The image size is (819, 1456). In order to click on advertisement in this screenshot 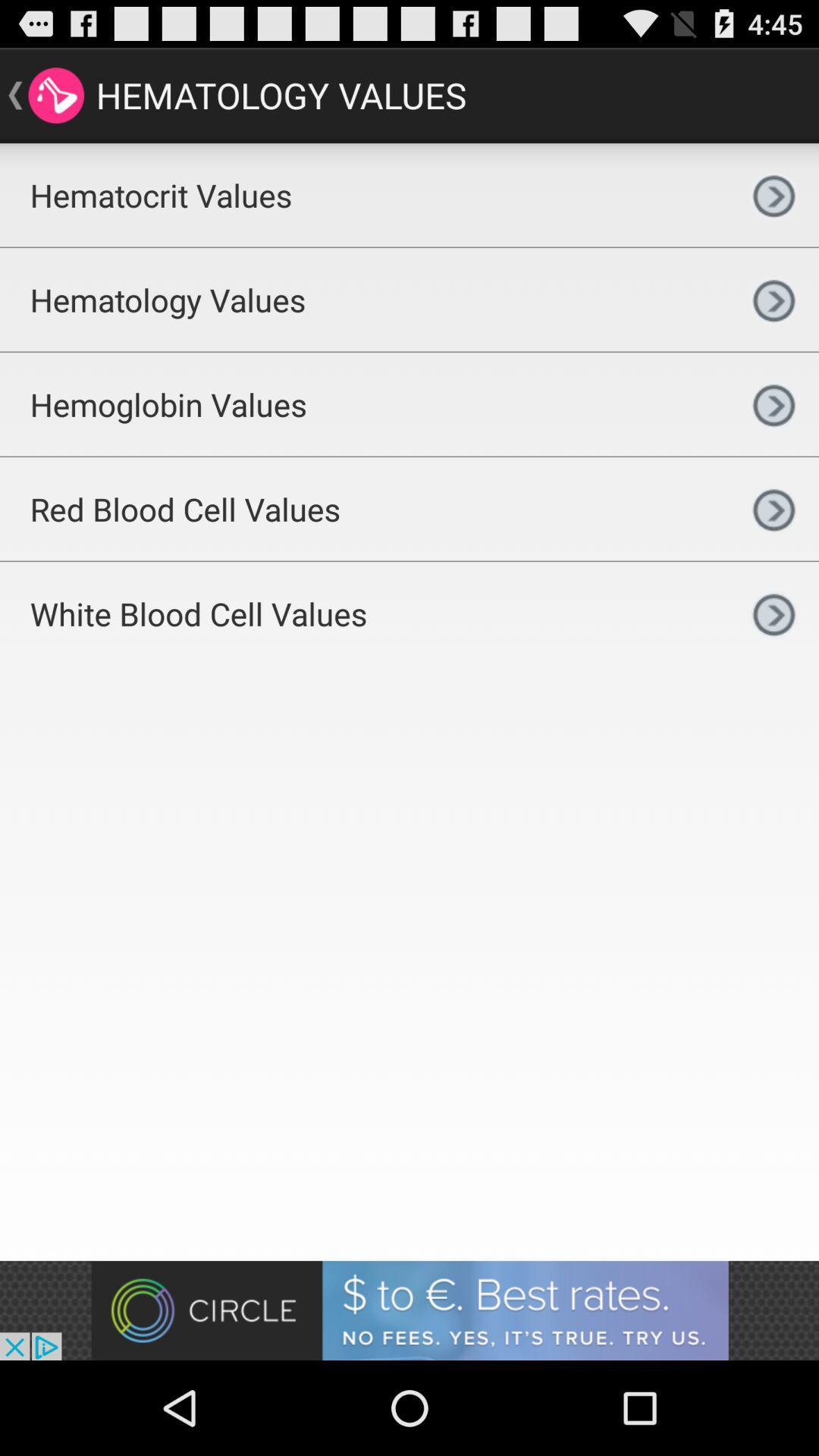, I will do `click(409, 1310)`.